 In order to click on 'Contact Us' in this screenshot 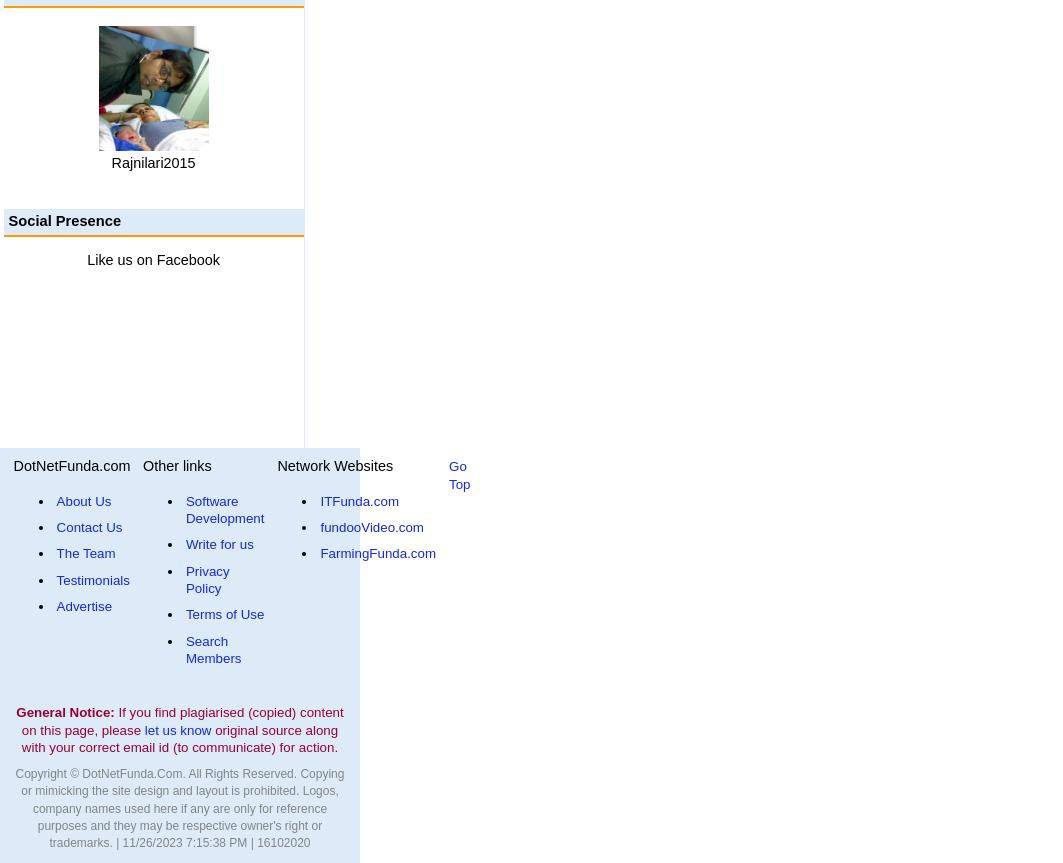, I will do `click(88, 527)`.